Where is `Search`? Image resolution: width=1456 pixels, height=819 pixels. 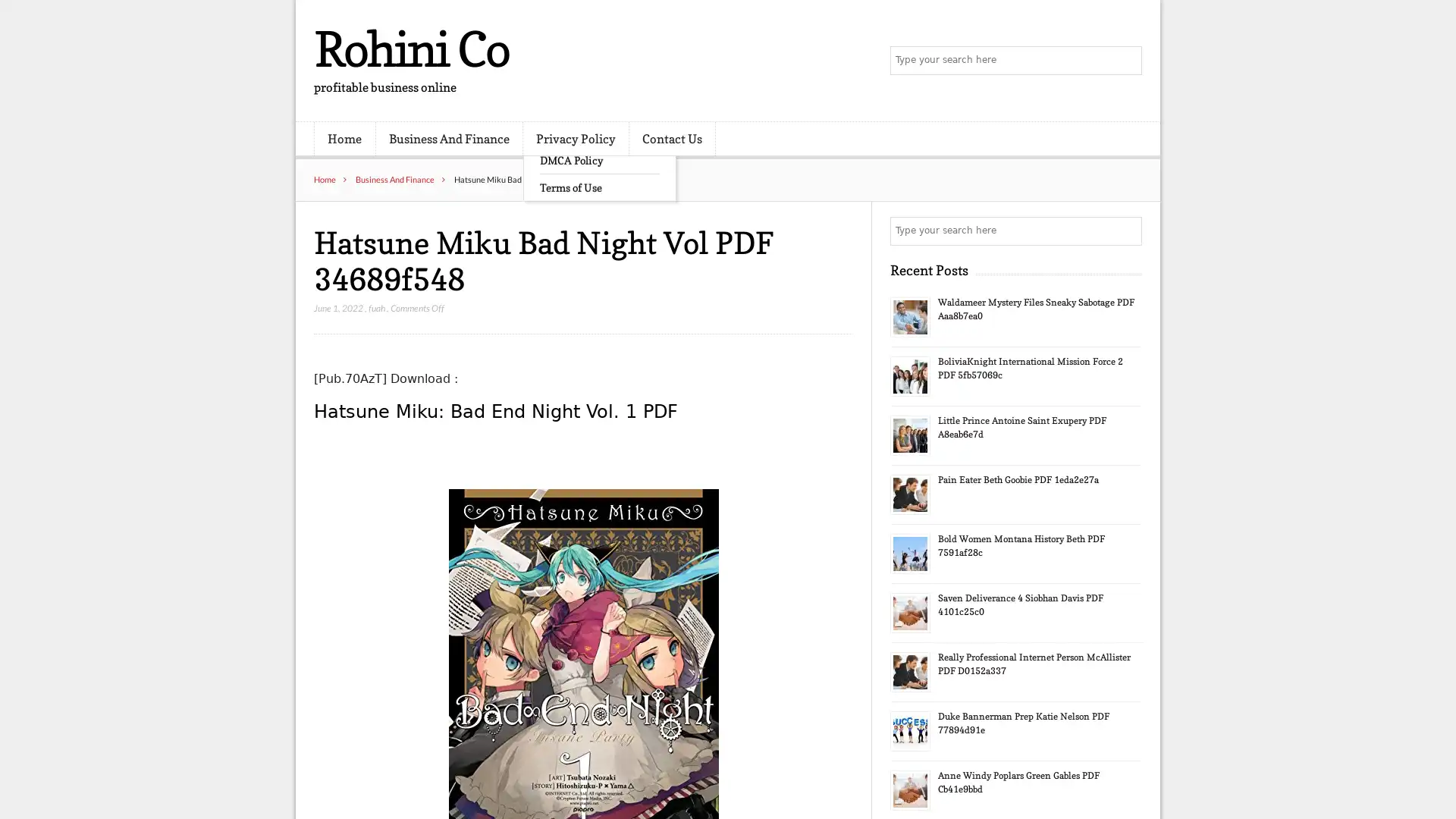
Search is located at coordinates (1126, 61).